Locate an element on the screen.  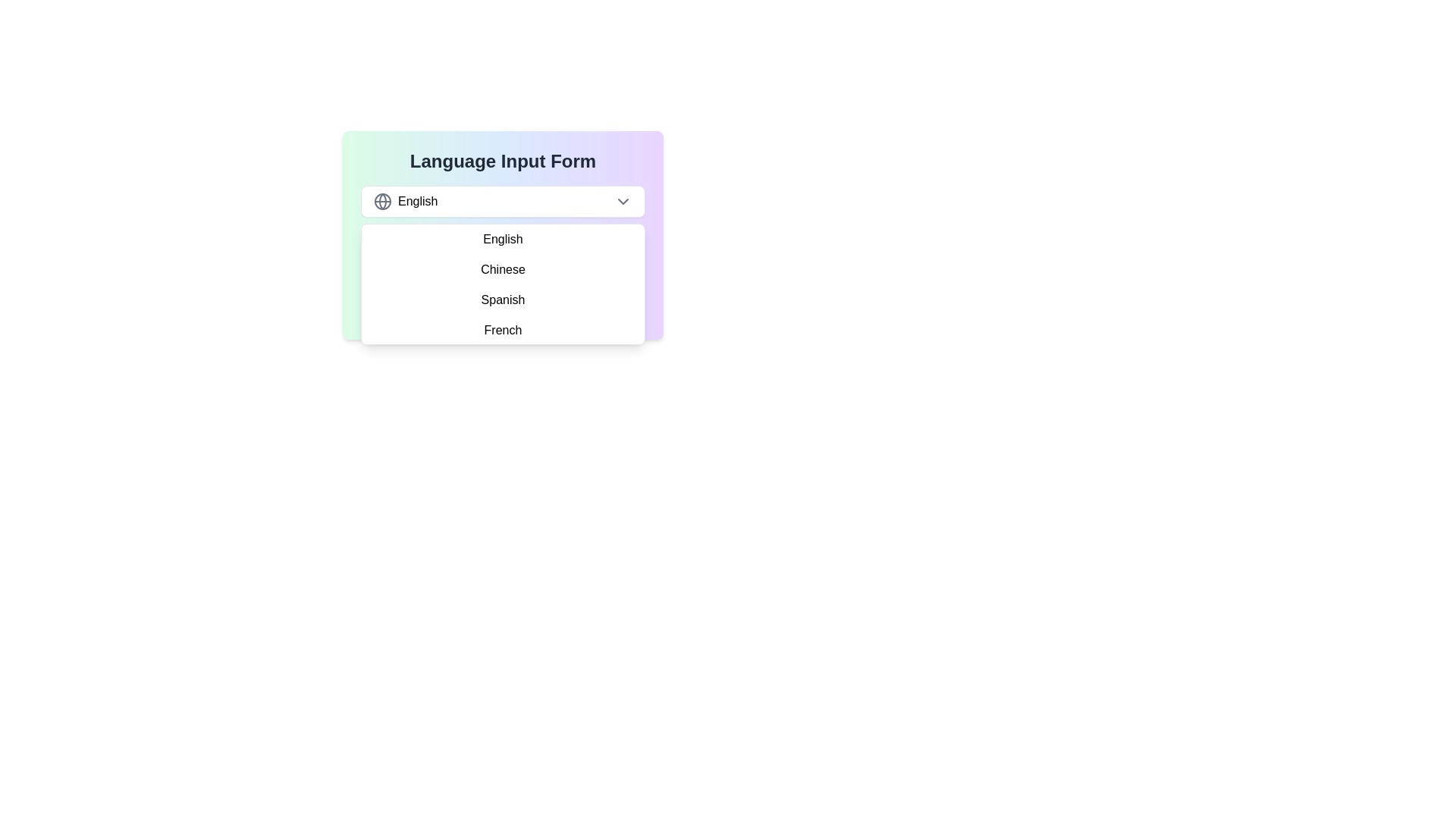
the first entry in the dropdown menu for selecting the English language is located at coordinates (503, 239).